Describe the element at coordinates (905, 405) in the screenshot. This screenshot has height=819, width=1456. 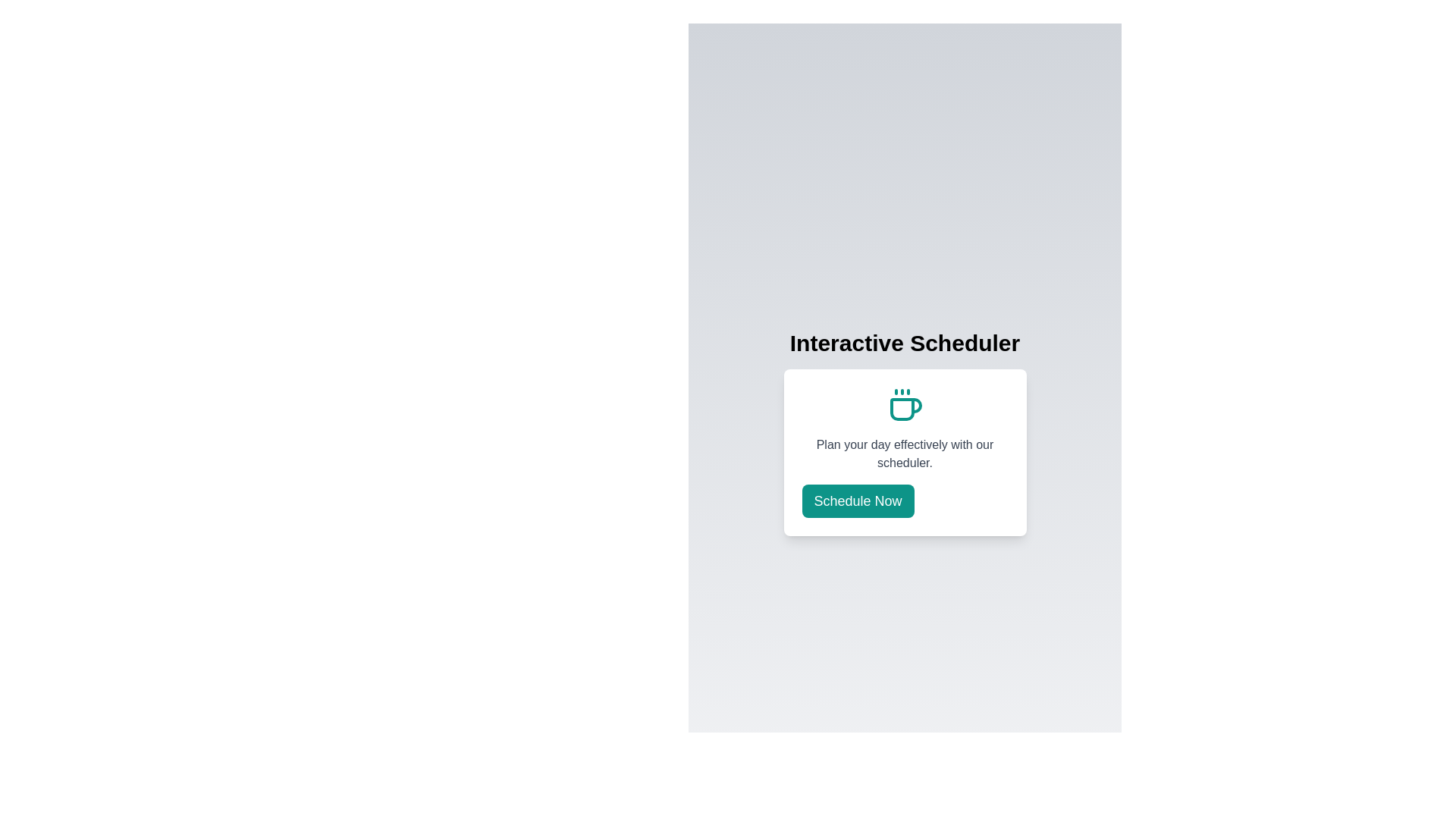
I see `the coffee cup icon located at the top of the card labeled 'Plan your day effectively with our scheduler.'` at that location.